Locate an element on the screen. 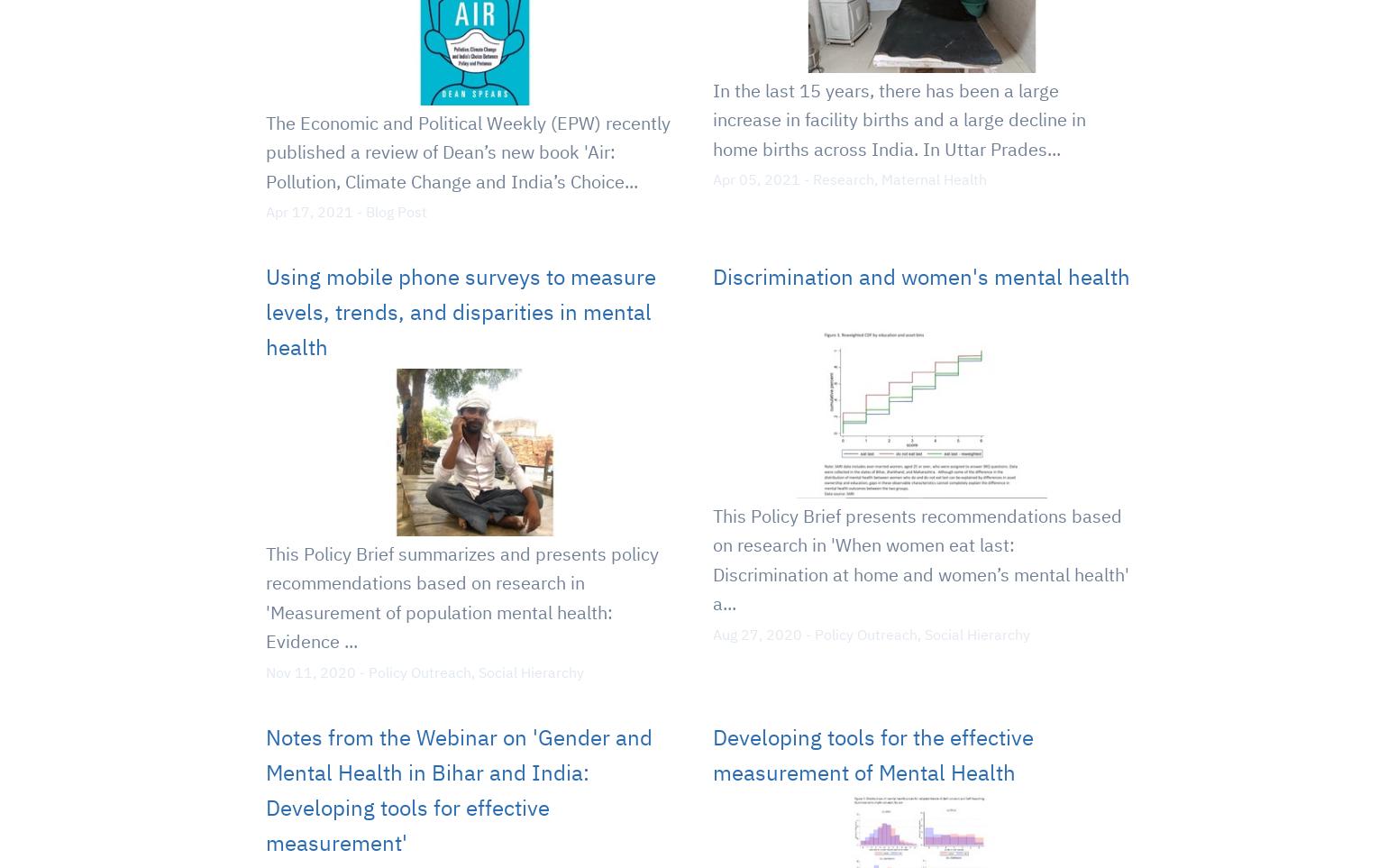  'Nov 11, 2020' is located at coordinates (310, 670).